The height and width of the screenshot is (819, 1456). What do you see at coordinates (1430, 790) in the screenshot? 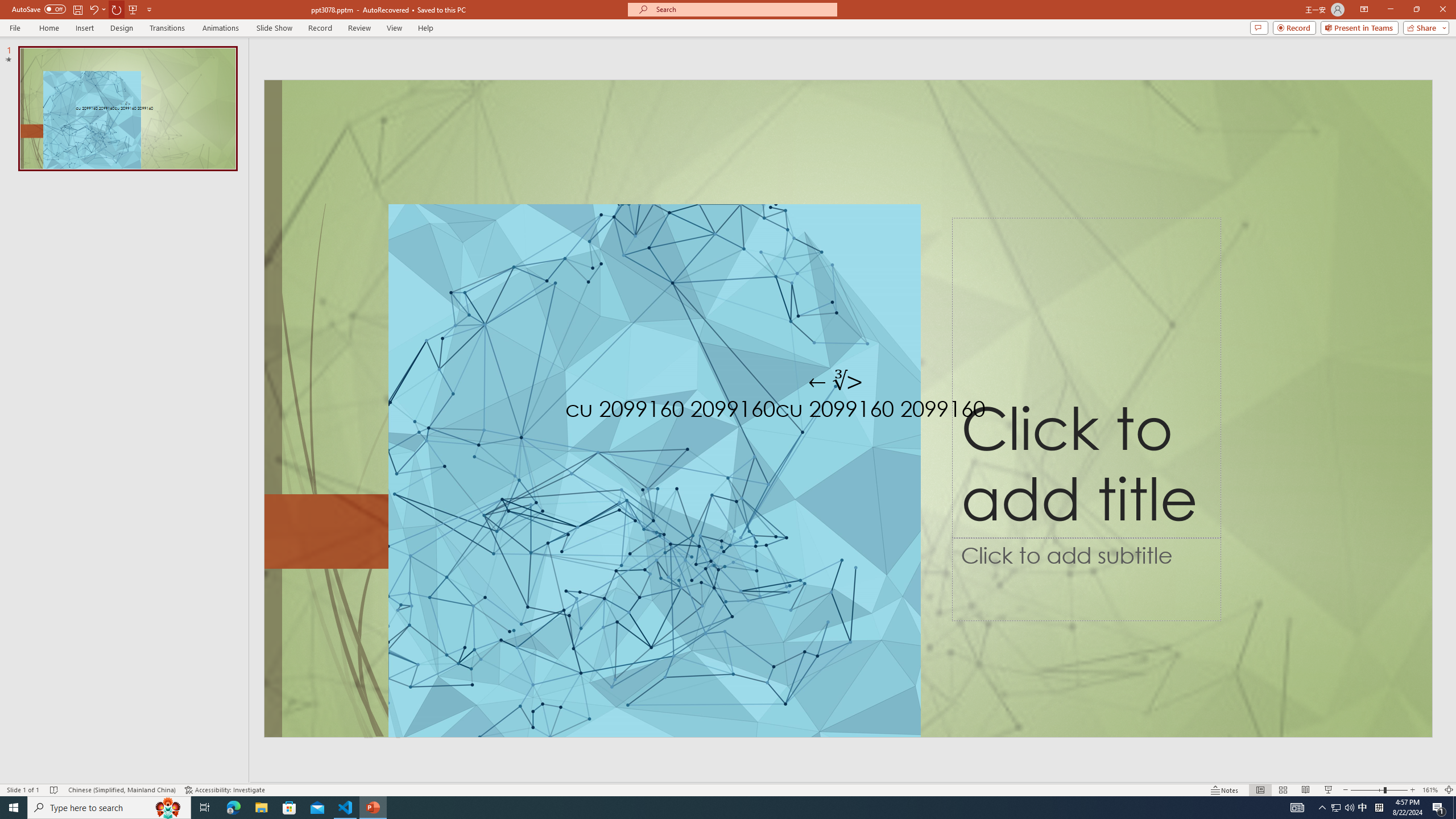
I see `'Zoom 161%'` at bounding box center [1430, 790].